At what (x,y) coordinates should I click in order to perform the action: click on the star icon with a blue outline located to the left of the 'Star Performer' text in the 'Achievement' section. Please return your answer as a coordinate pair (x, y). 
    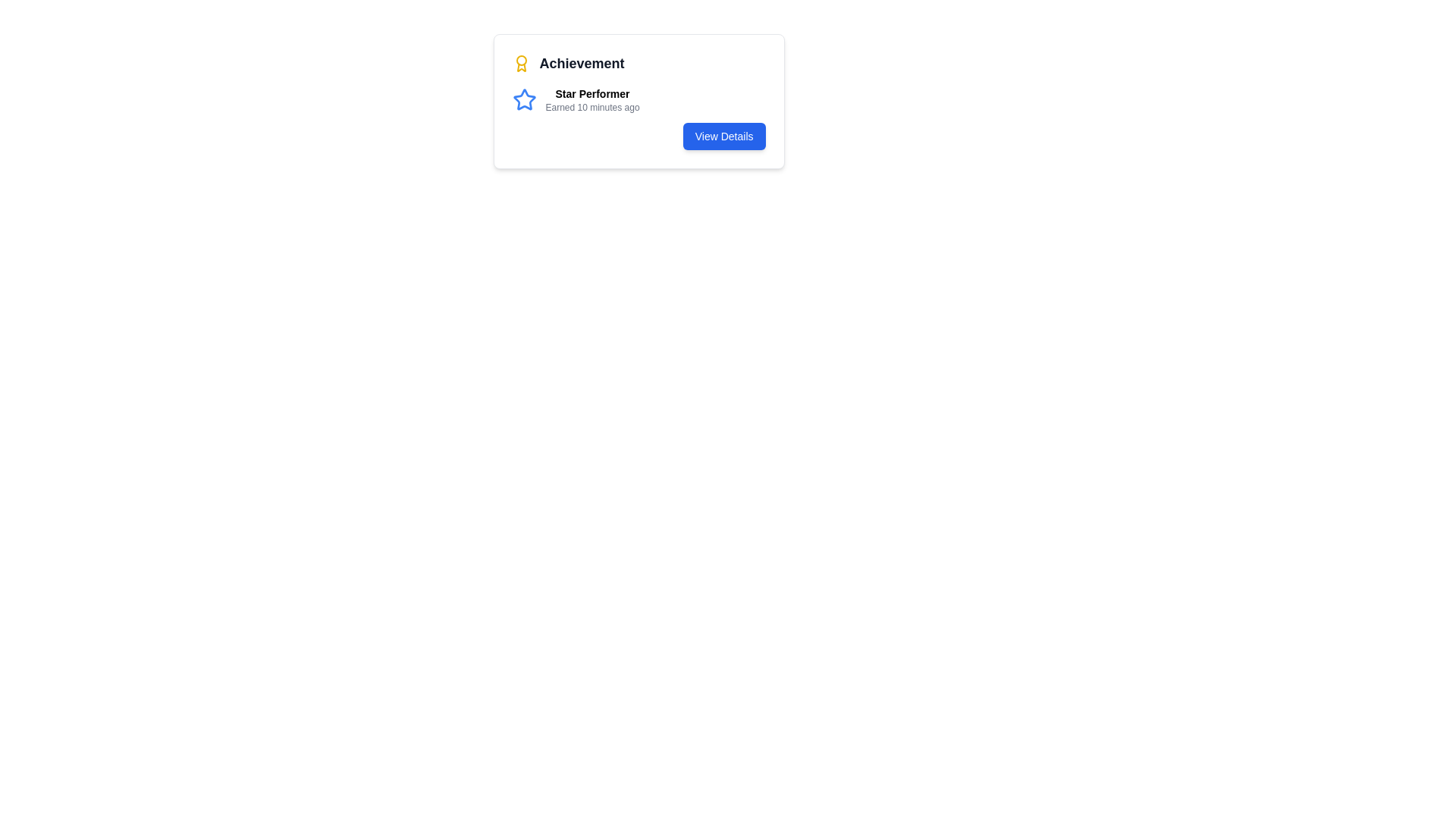
    Looking at the image, I should click on (524, 99).